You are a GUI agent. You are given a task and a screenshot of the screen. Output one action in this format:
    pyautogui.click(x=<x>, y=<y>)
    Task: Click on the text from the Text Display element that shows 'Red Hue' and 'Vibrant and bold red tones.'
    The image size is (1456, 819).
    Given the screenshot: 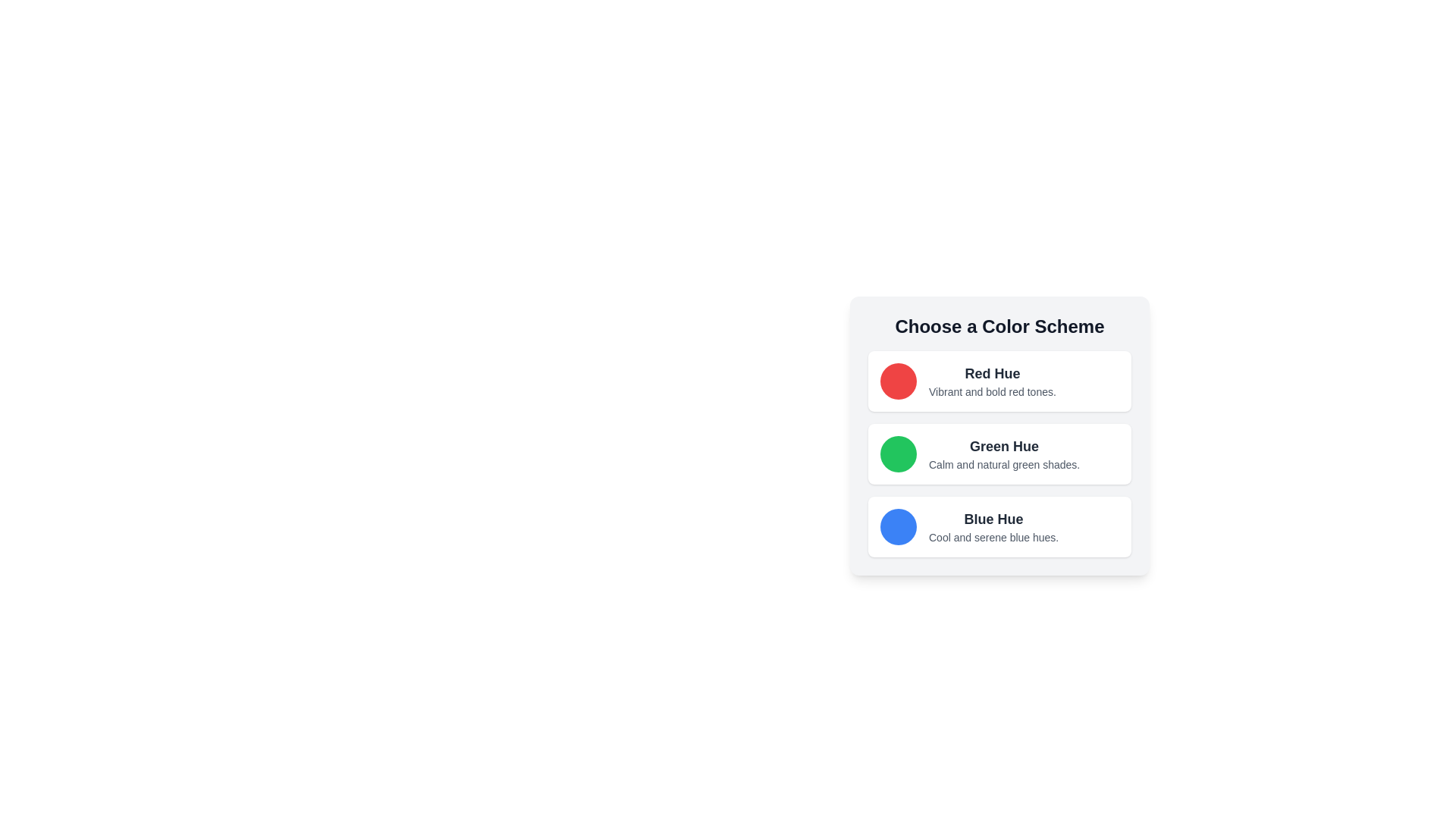 What is the action you would take?
    pyautogui.click(x=992, y=380)
    